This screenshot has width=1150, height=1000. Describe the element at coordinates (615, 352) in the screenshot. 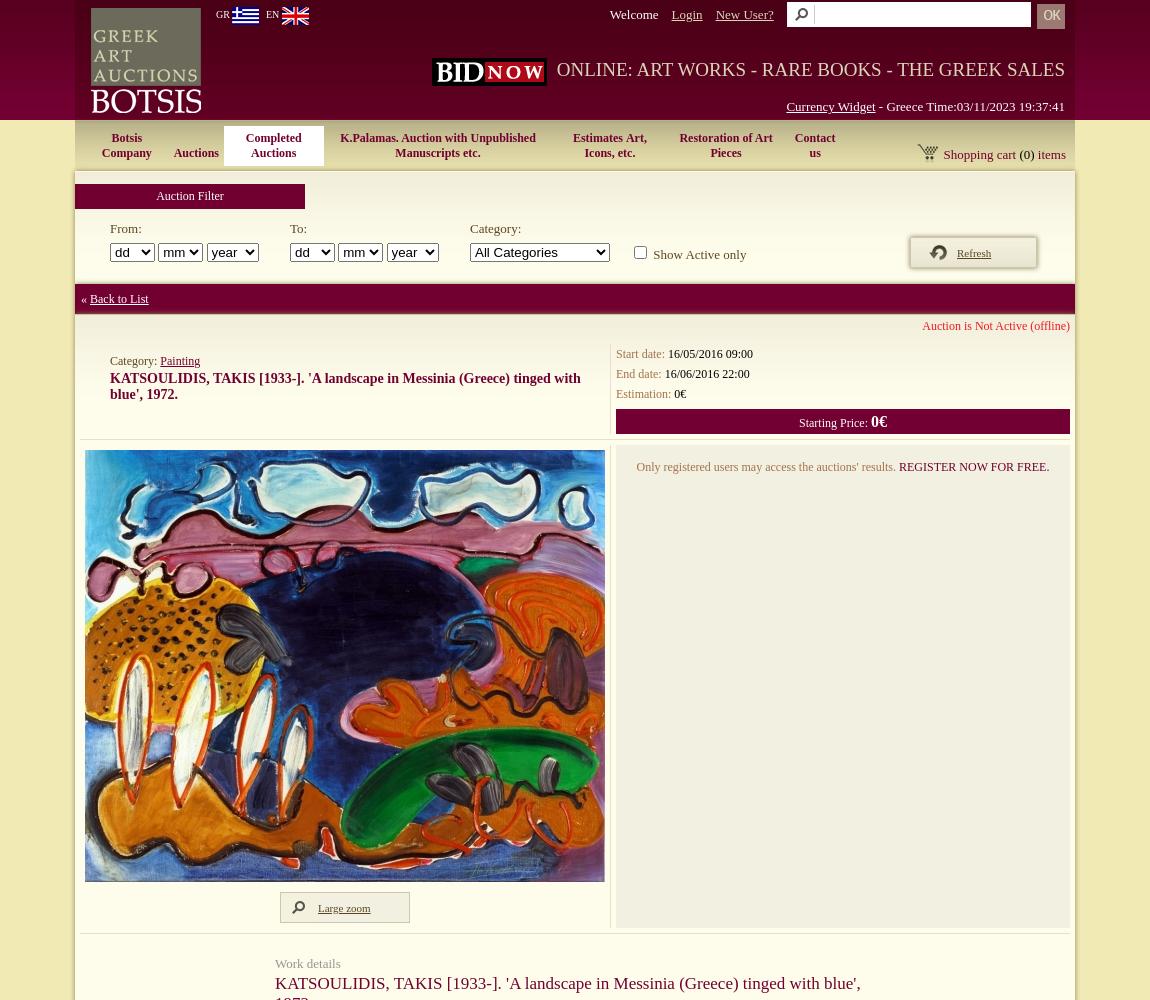

I see `'Start date:'` at that location.